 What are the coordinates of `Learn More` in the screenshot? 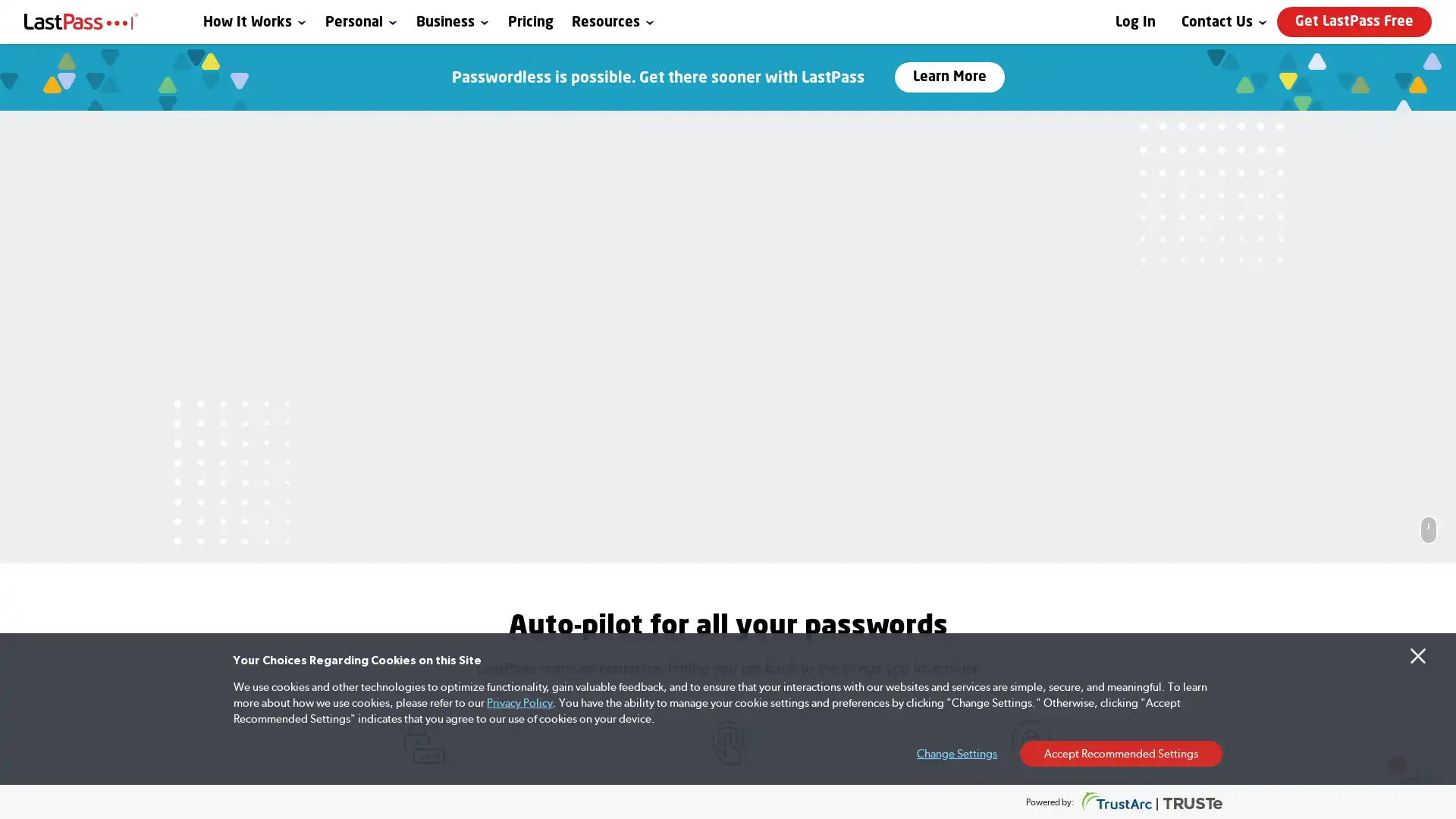 It's located at (948, 77).